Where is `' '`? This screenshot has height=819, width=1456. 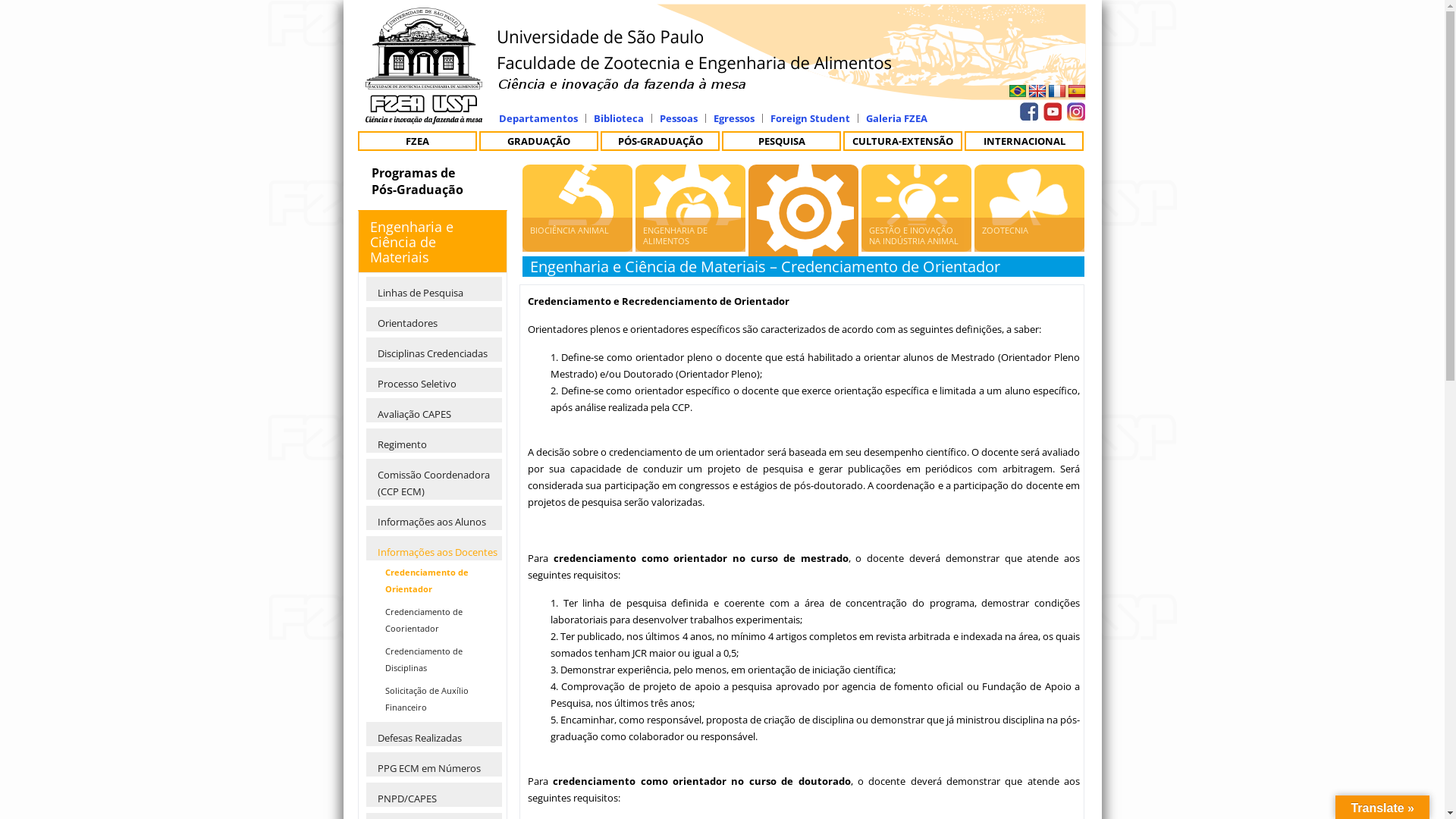
' ' is located at coordinates (1073, 108).